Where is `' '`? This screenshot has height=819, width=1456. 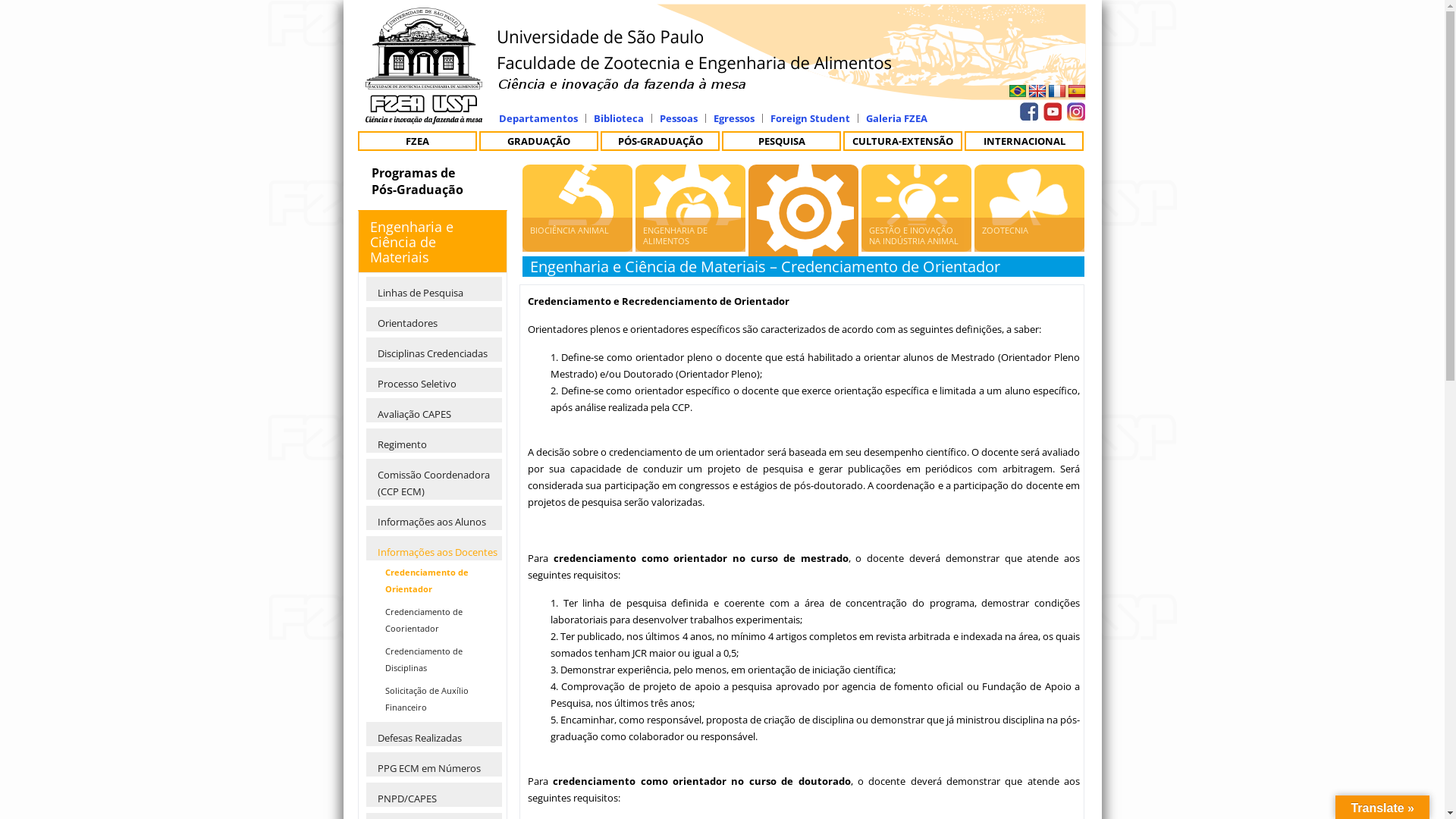
' ' is located at coordinates (1073, 108).